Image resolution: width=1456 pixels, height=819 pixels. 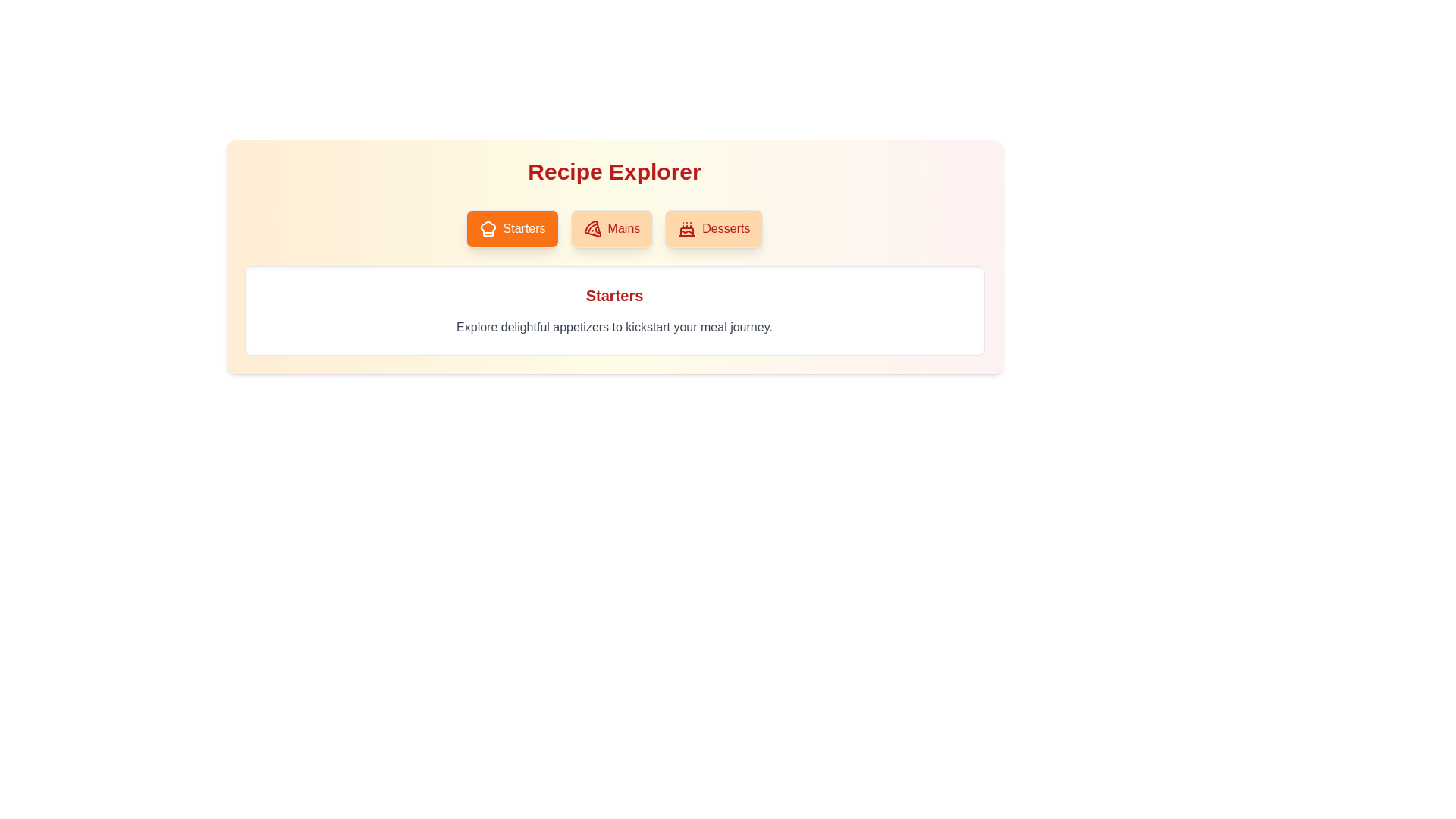 What do you see at coordinates (512, 228) in the screenshot?
I see `the Starters tab by clicking on its button` at bounding box center [512, 228].